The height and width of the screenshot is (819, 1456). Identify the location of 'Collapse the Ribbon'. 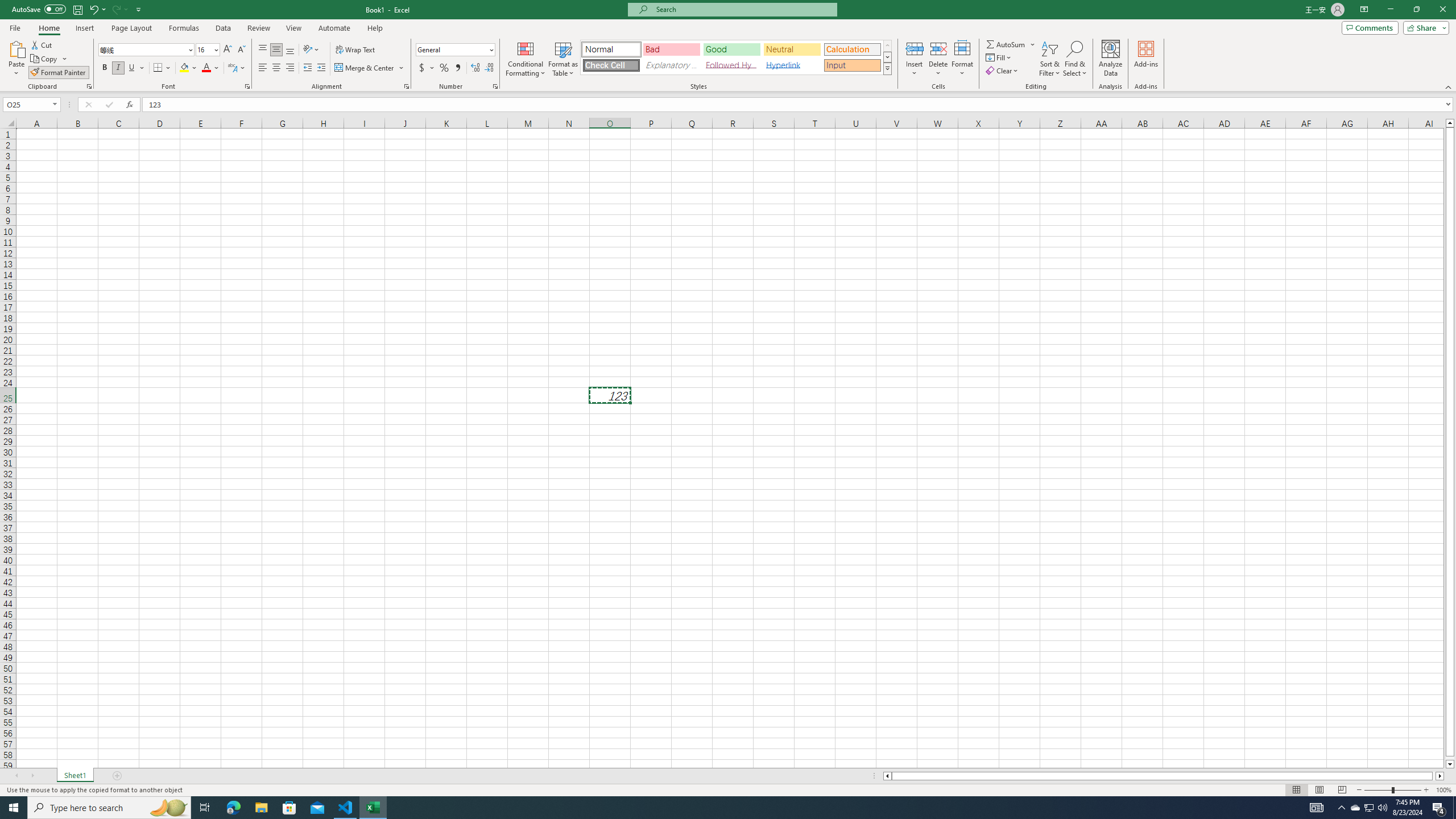
(1449, 87).